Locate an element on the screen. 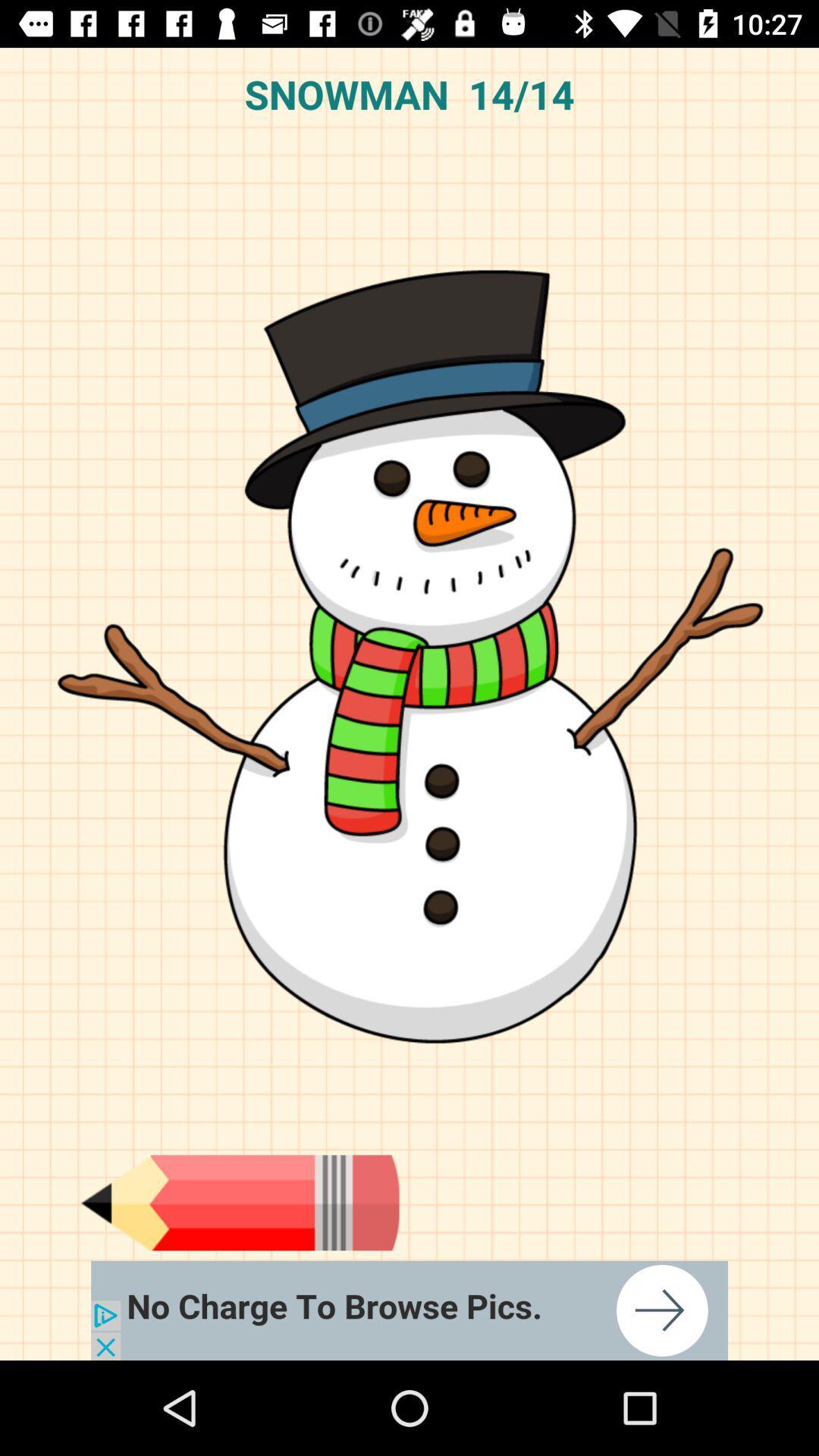 The width and height of the screenshot is (819, 1456). go next is located at coordinates (409, 1310).